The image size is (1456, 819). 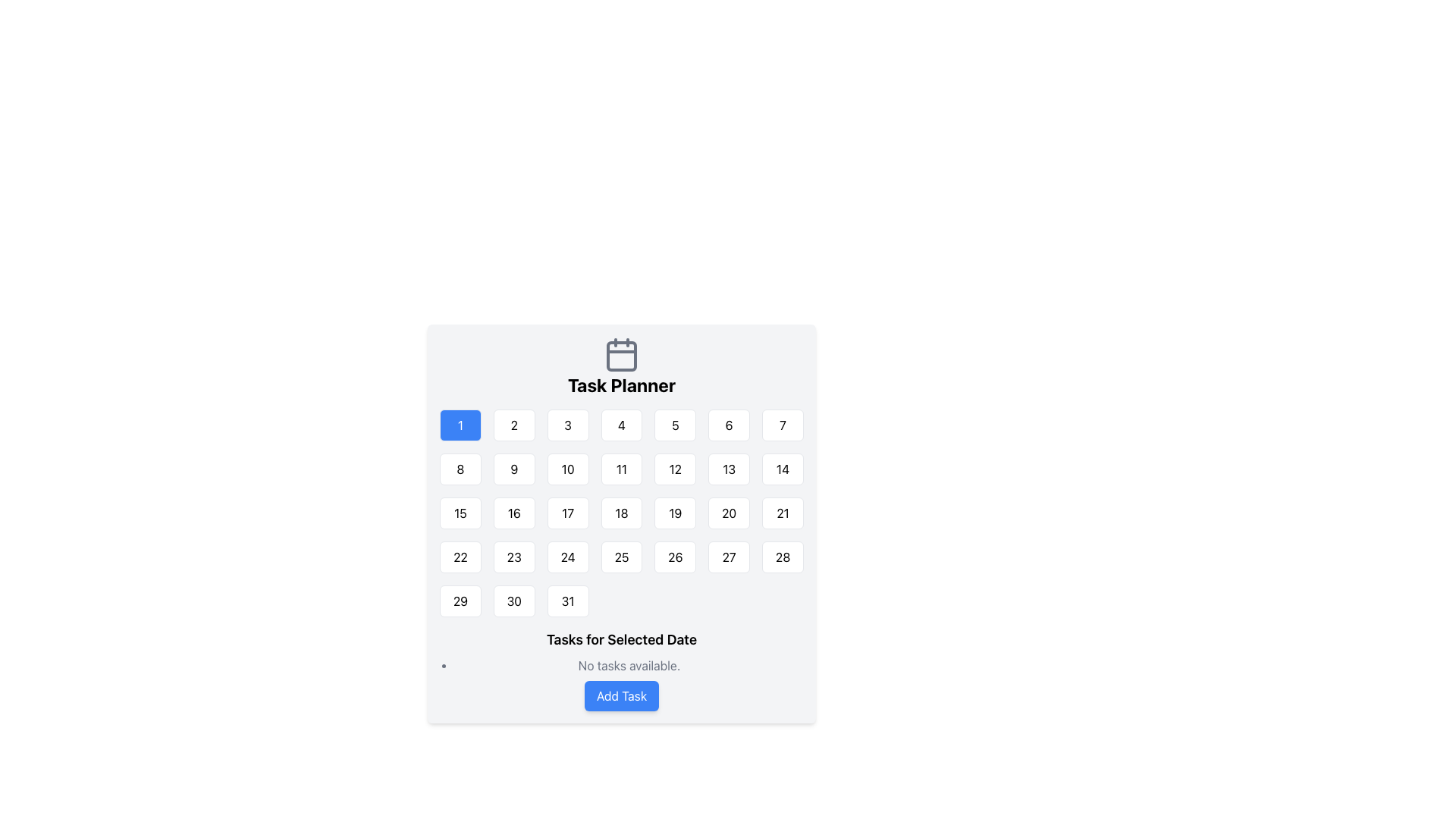 I want to click on the button representing the 14th day in the calendar interface, so click(x=783, y=468).